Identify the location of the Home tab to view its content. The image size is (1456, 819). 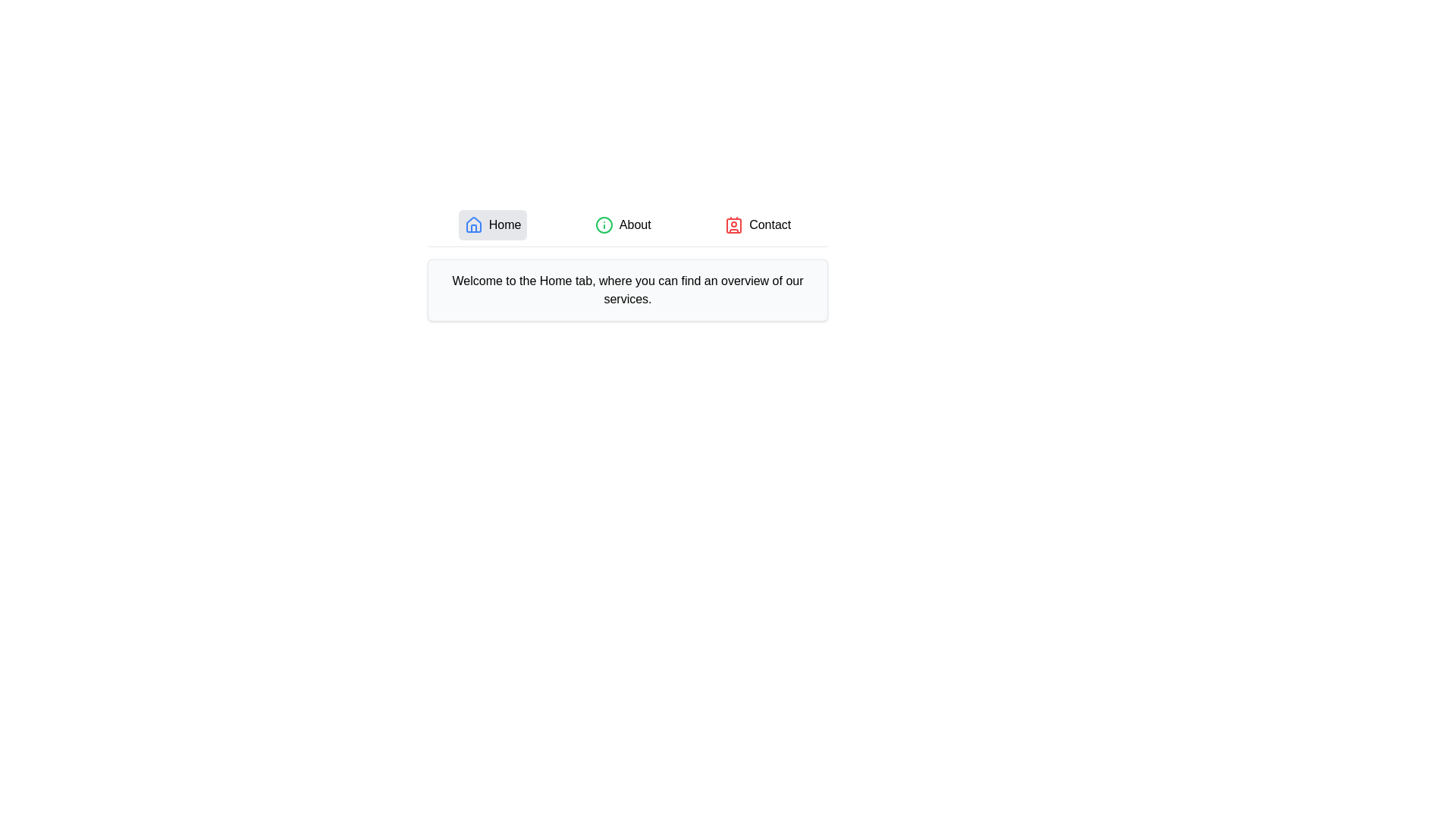
(493, 225).